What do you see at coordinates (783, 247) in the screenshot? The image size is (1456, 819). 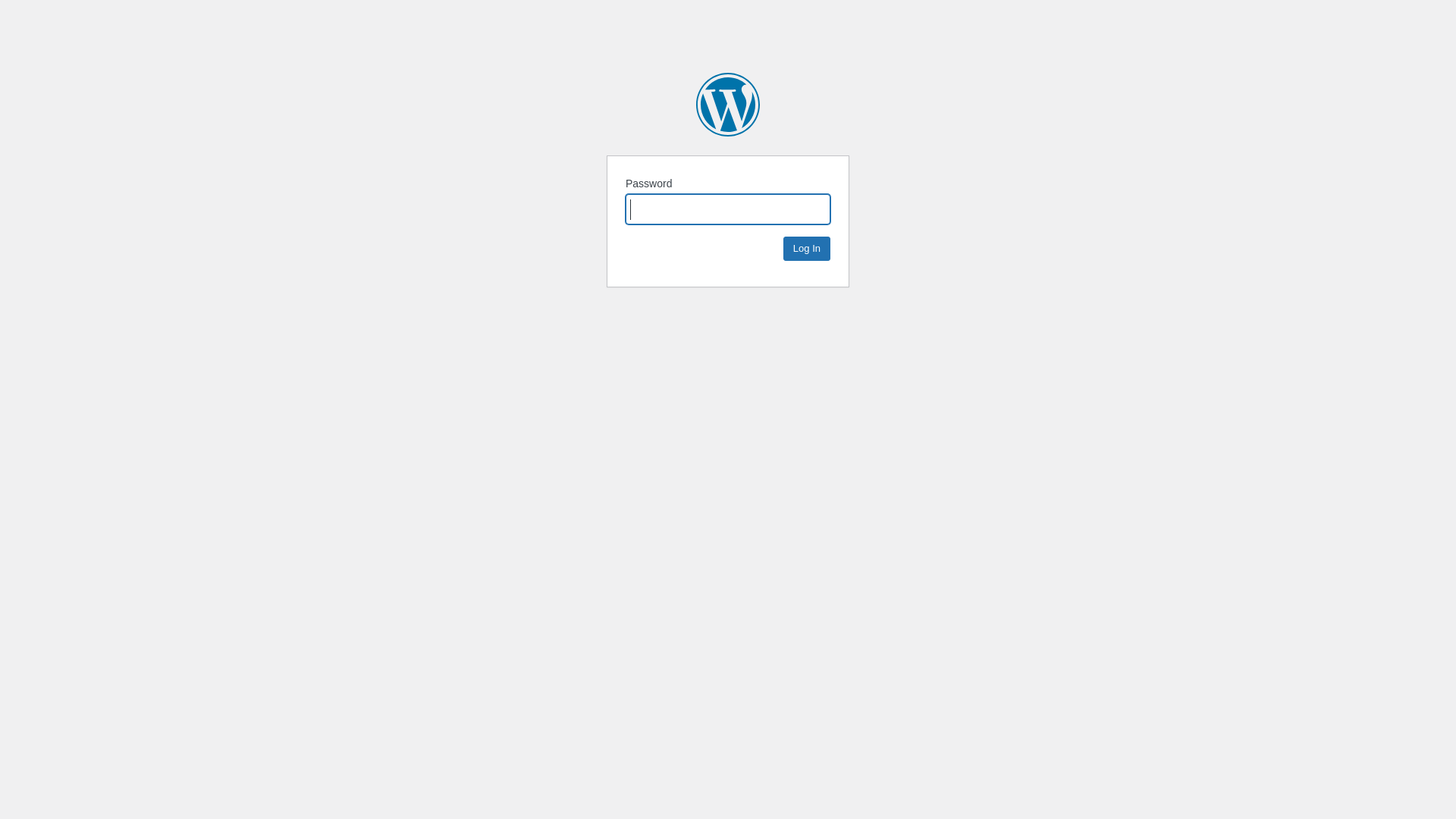 I see `'Log In'` at bounding box center [783, 247].